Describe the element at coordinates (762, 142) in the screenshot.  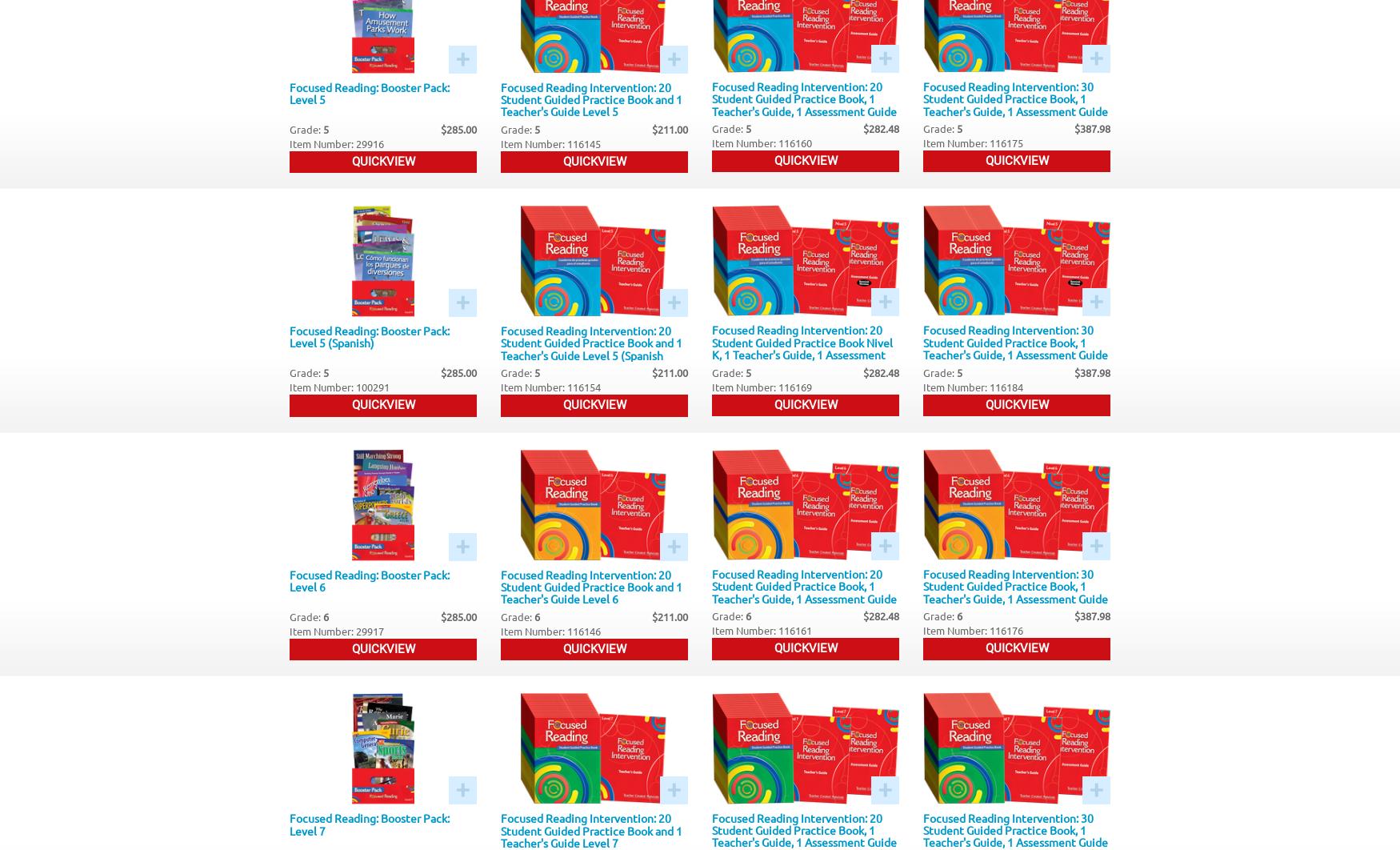
I see `'Item Number: 116160'` at that location.